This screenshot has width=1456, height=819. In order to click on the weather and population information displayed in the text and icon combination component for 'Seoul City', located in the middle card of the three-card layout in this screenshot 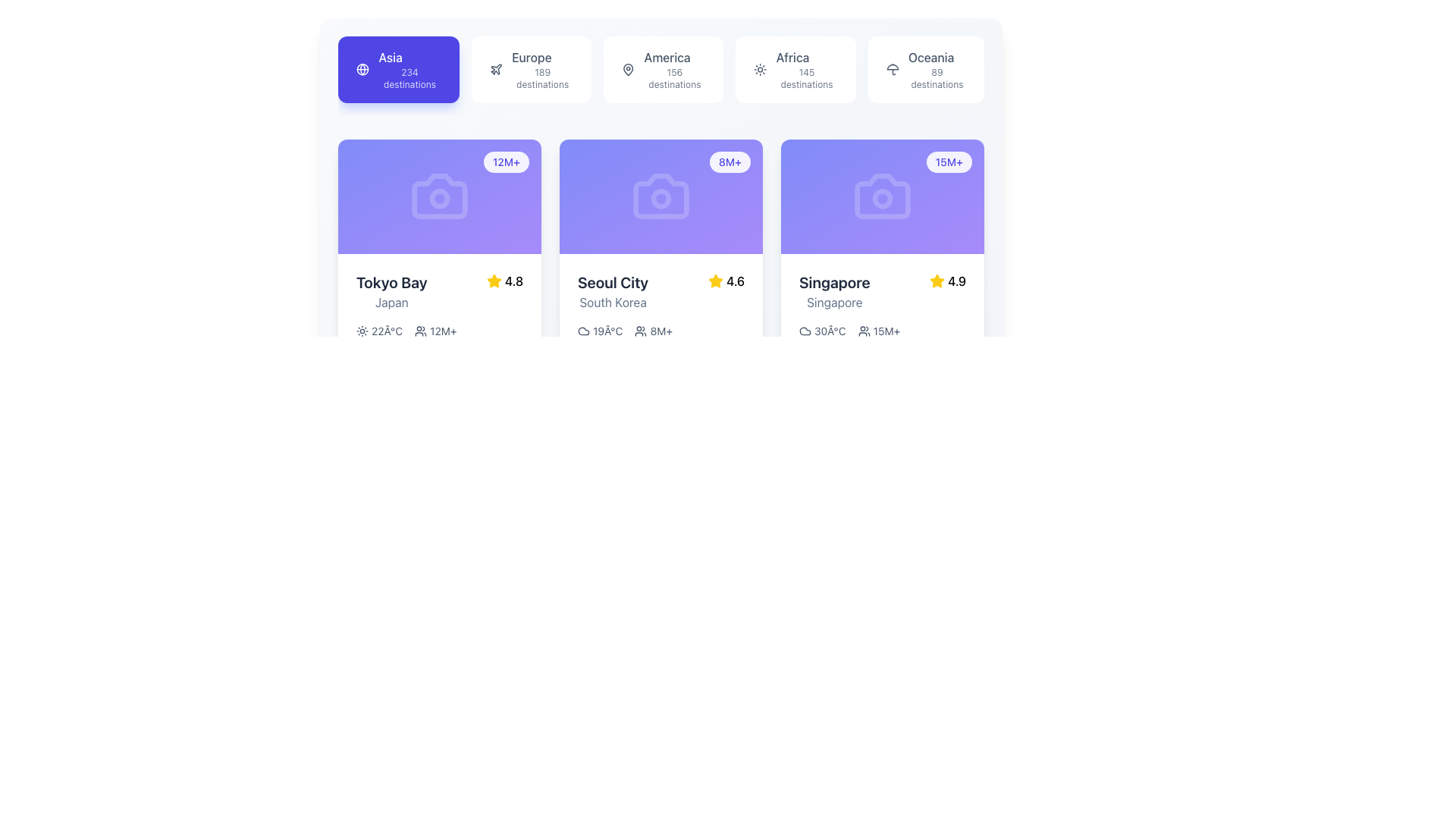, I will do `click(661, 329)`.